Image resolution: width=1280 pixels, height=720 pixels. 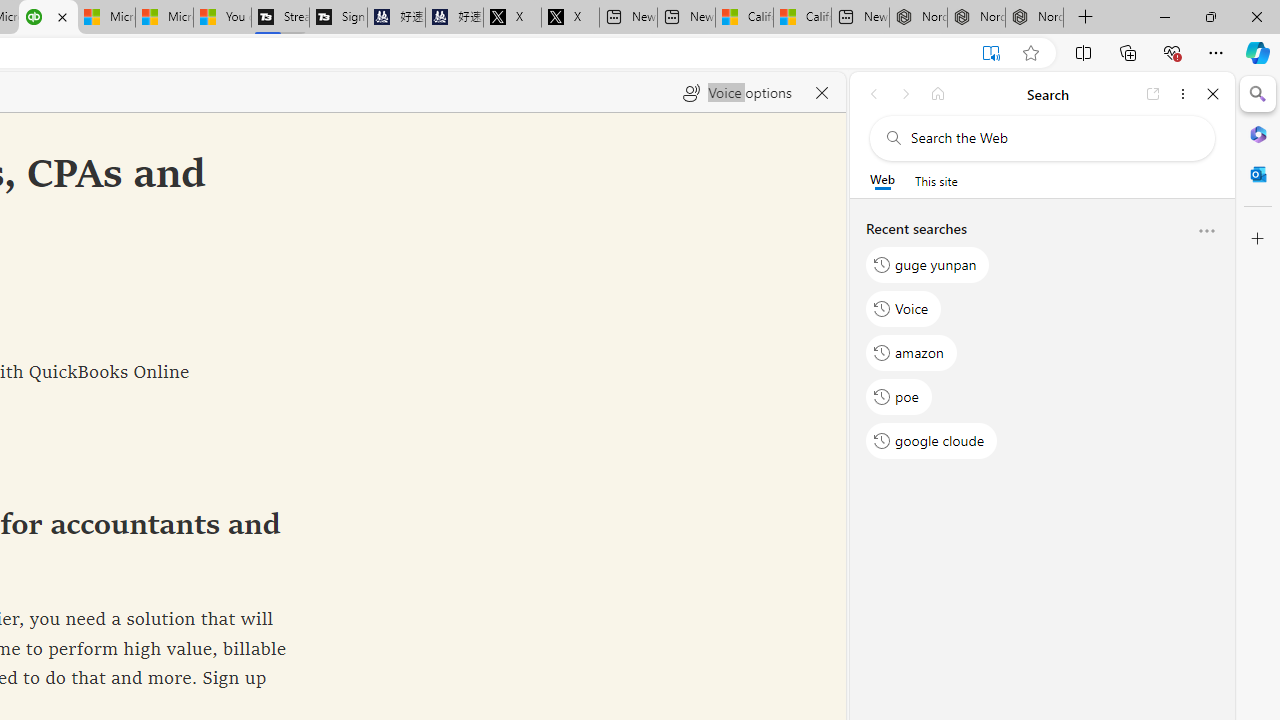 What do you see at coordinates (898, 396) in the screenshot?
I see `'poe'` at bounding box center [898, 396].